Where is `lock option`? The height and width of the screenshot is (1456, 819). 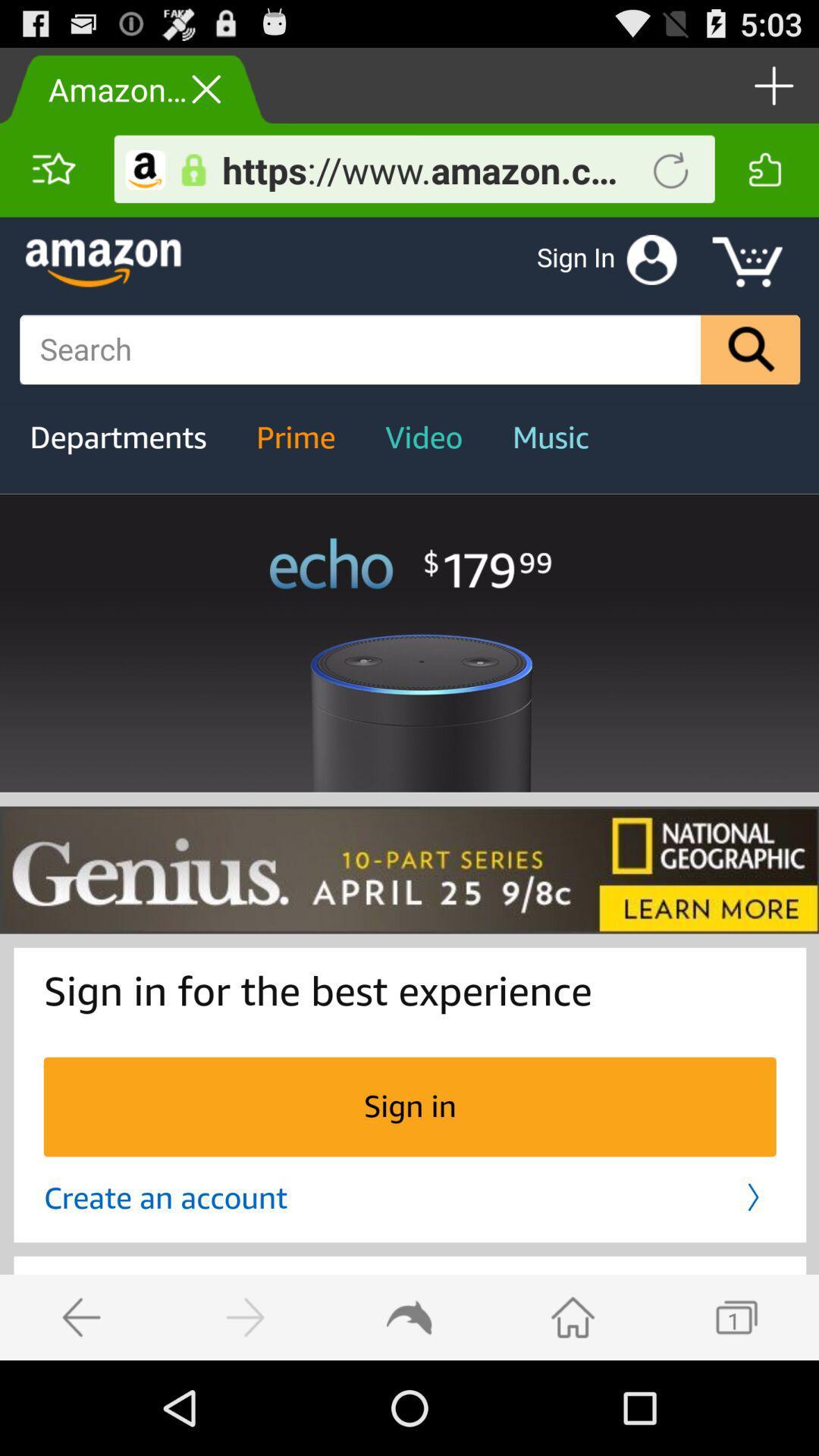
lock option is located at coordinates (193, 170).